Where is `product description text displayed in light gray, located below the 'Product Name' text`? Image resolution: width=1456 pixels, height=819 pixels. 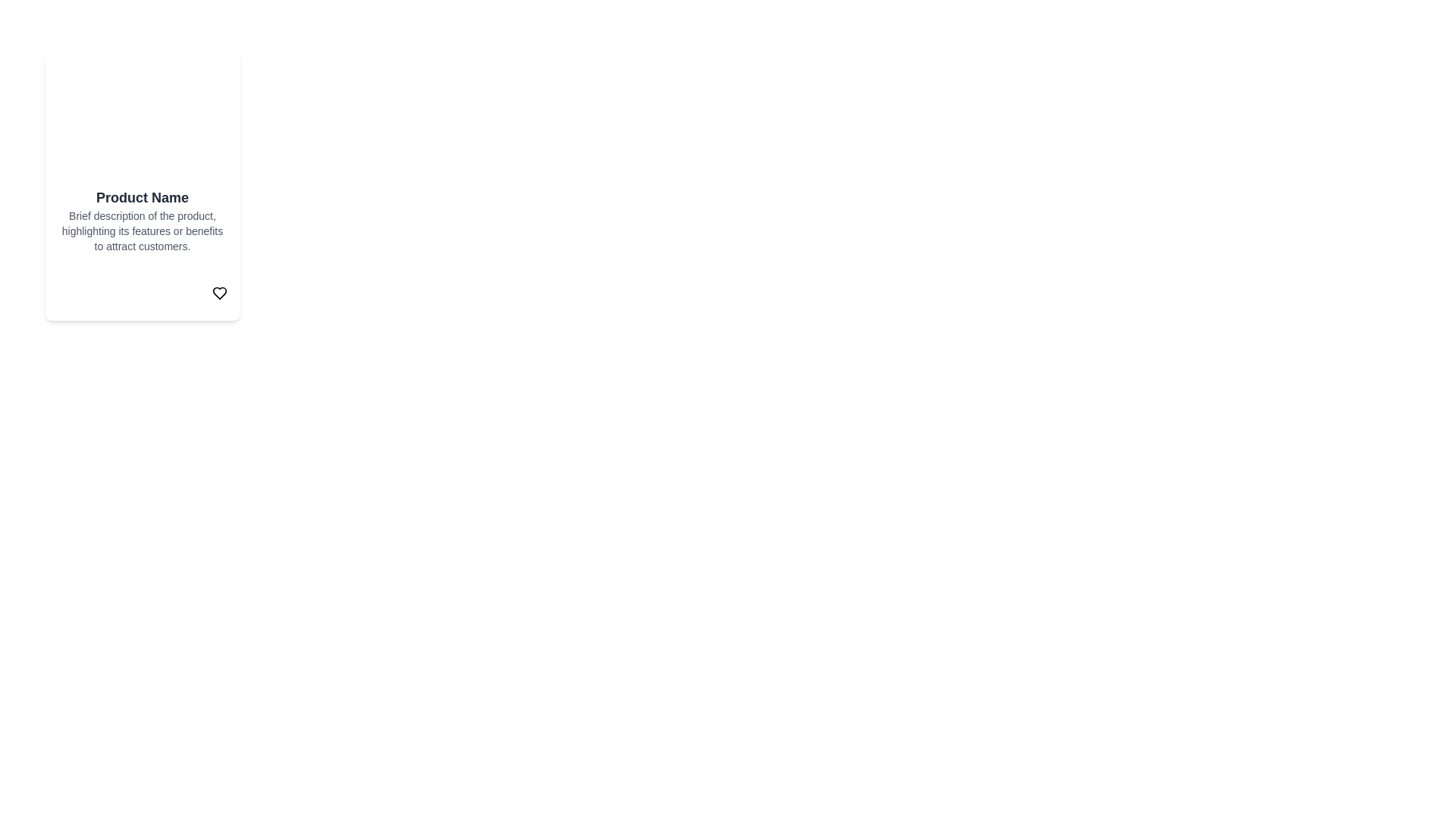 product description text displayed in light gray, located below the 'Product Name' text is located at coordinates (142, 231).